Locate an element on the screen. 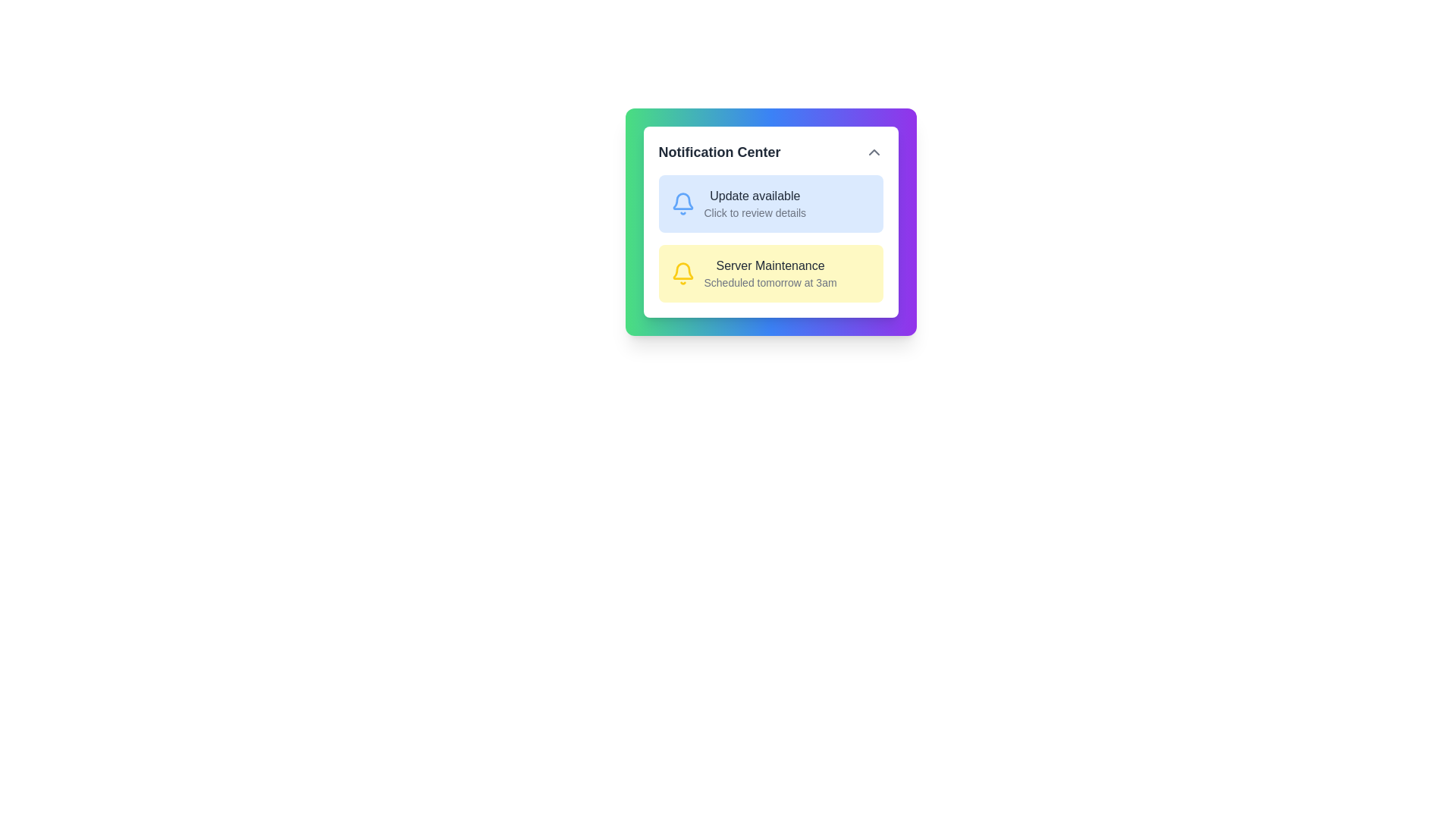 This screenshot has width=1456, height=819. the gray text label located below the bold title 'Server Maintenance' within the yellow-highlighted notification box in the Notification Center interface is located at coordinates (770, 283).